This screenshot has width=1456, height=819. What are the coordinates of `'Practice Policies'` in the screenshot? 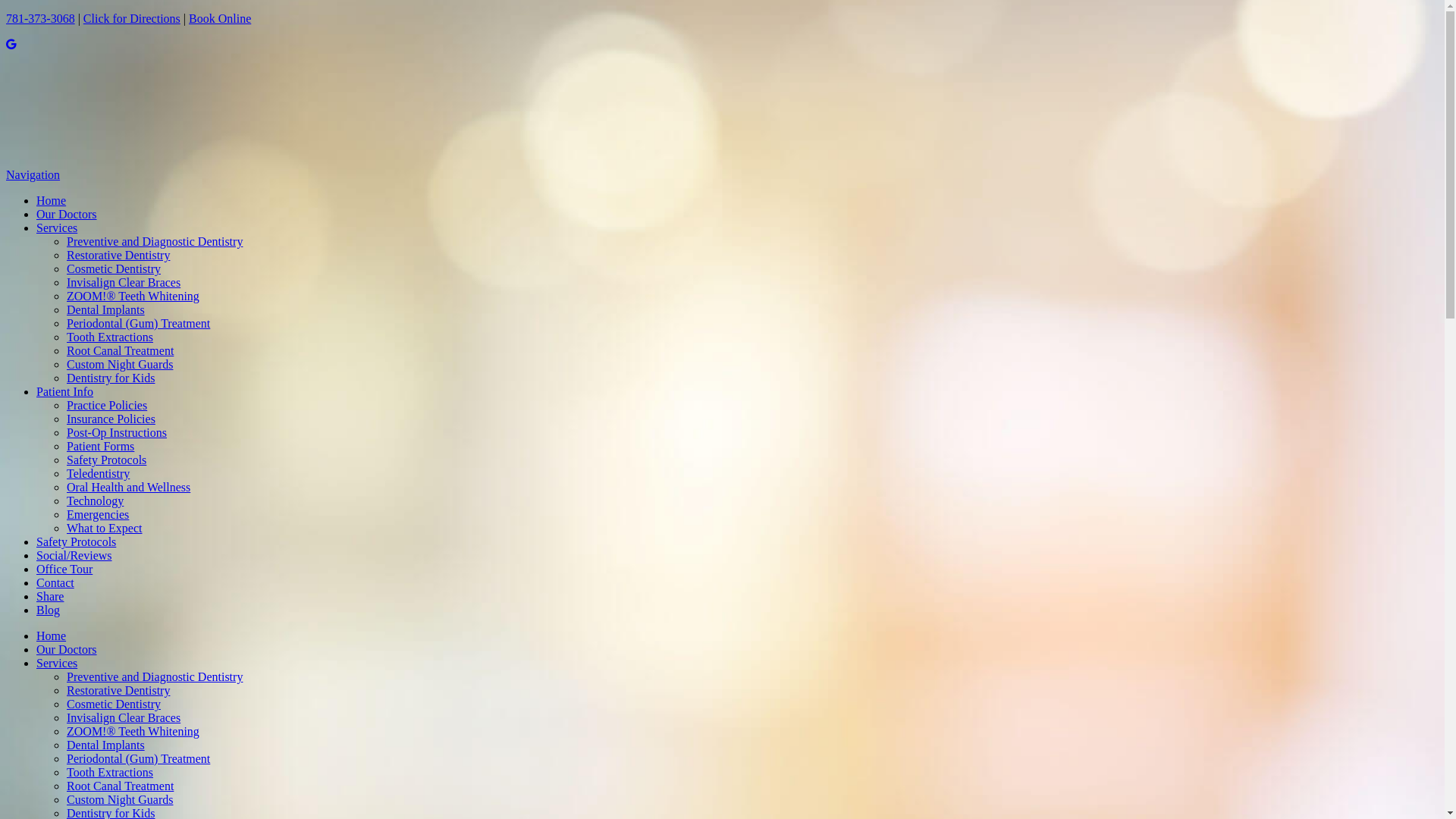 It's located at (105, 404).